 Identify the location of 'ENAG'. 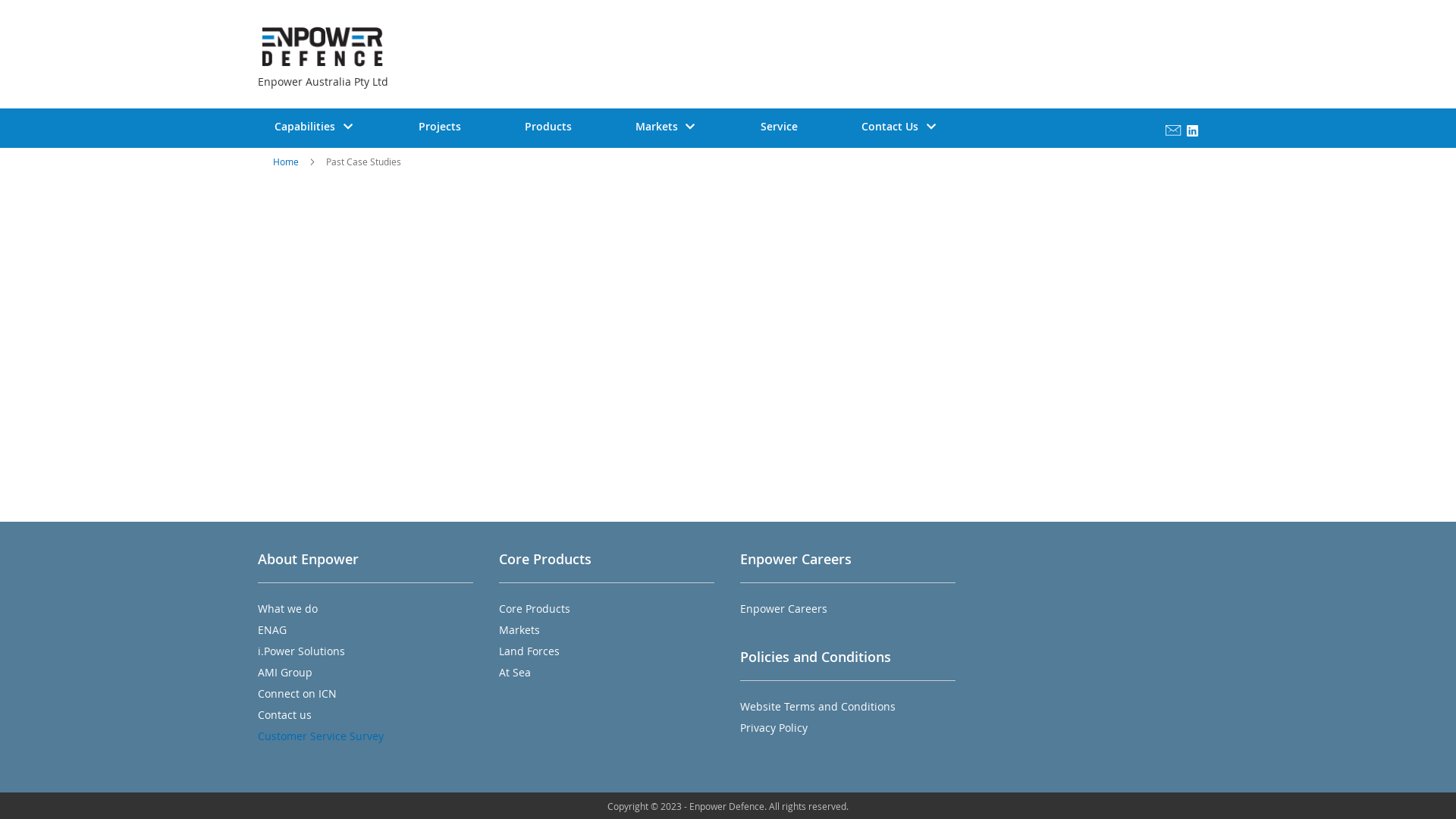
(272, 629).